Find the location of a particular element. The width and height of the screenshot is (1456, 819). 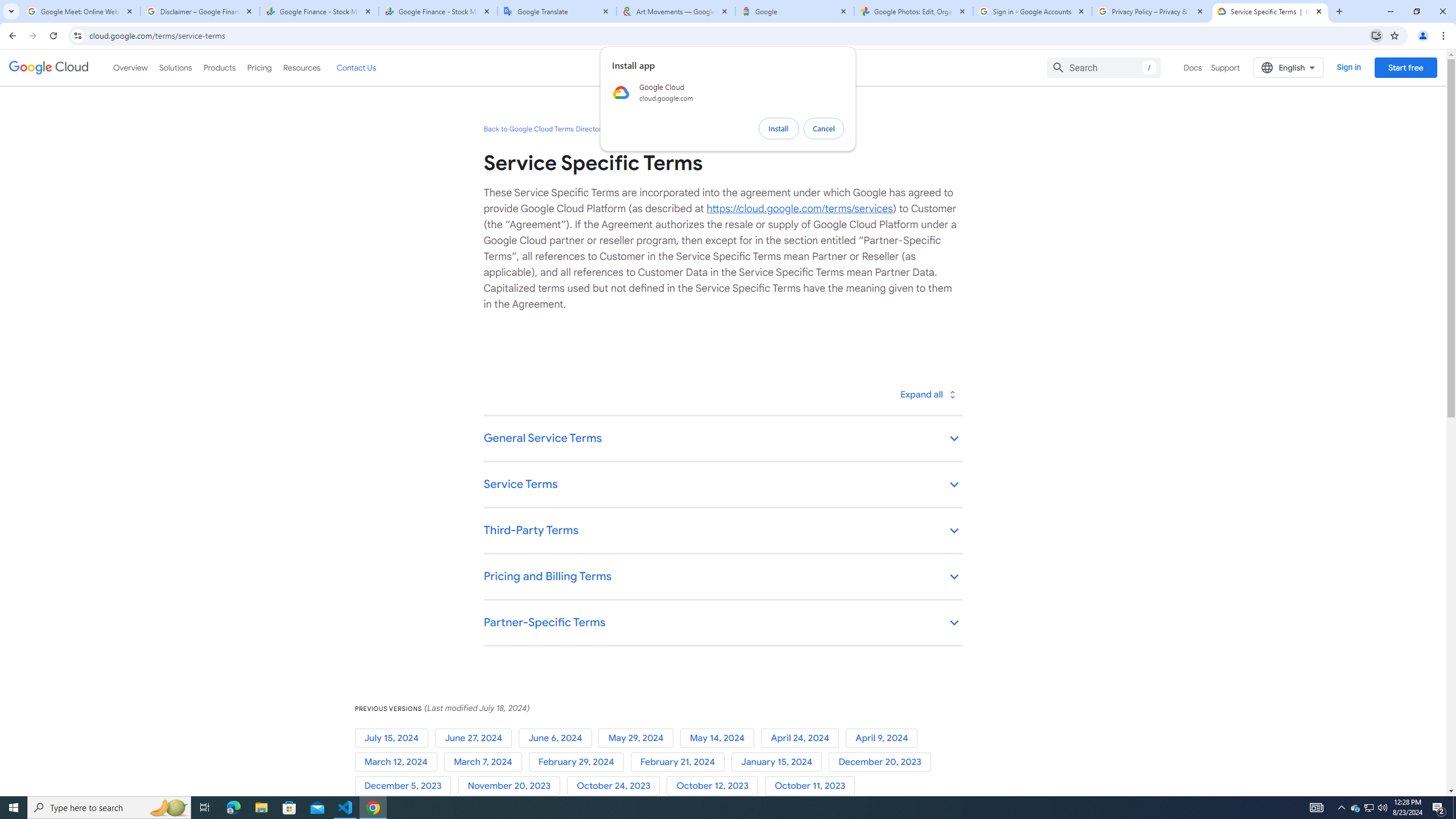

'January 15, 2024' is located at coordinates (780, 761).